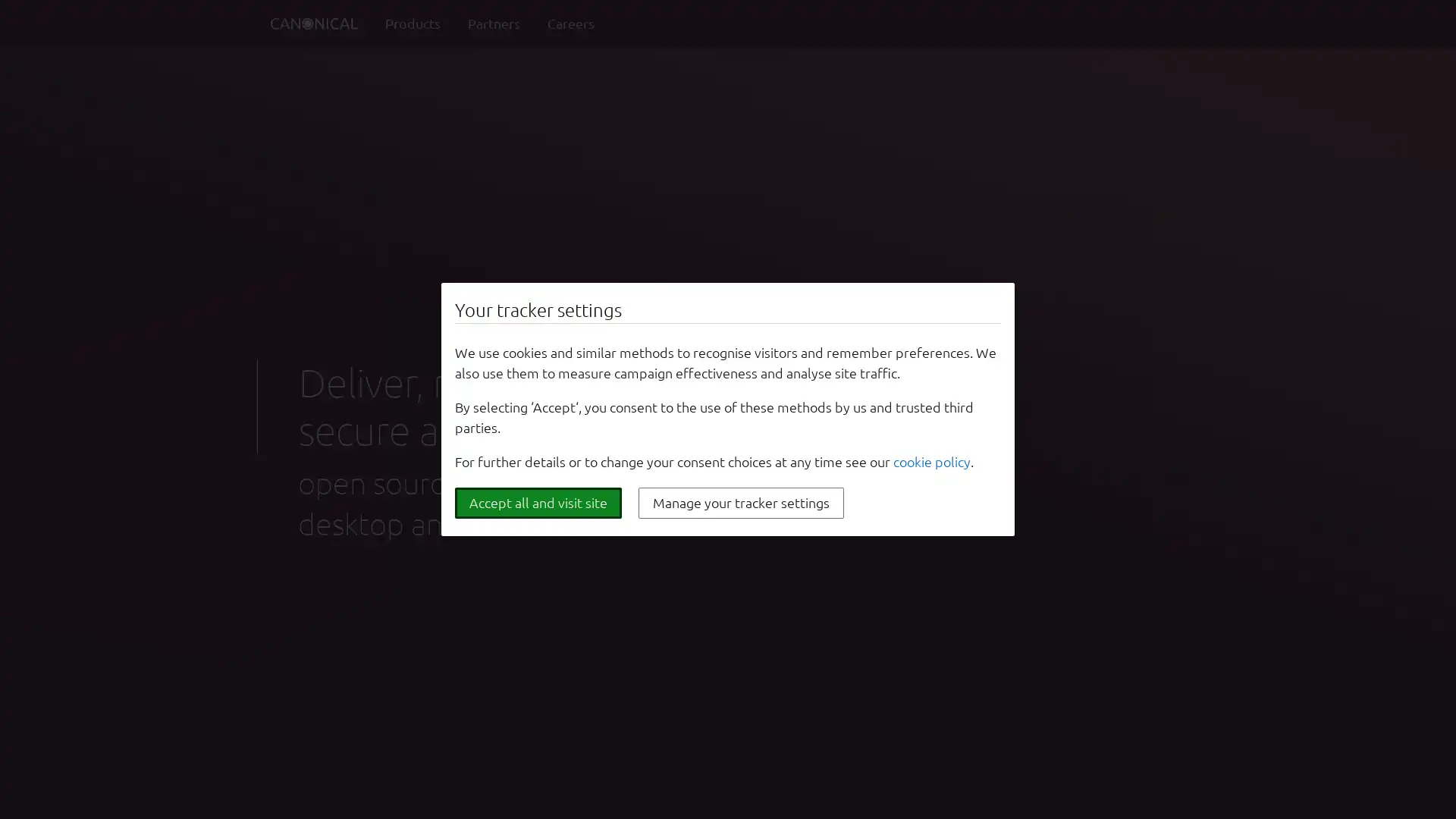 The height and width of the screenshot is (819, 1456). What do you see at coordinates (741, 503) in the screenshot?
I see `Manage your tracker settings` at bounding box center [741, 503].